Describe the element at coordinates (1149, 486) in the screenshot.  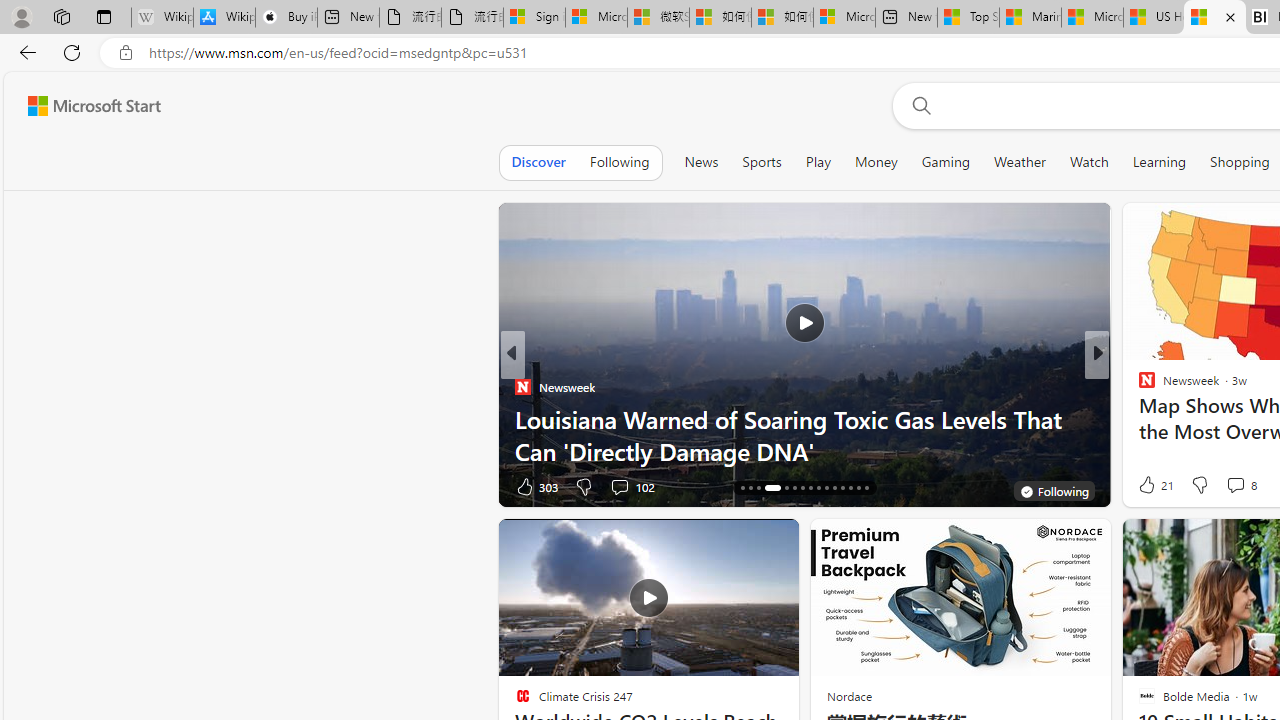
I see `'15 Like'` at that location.